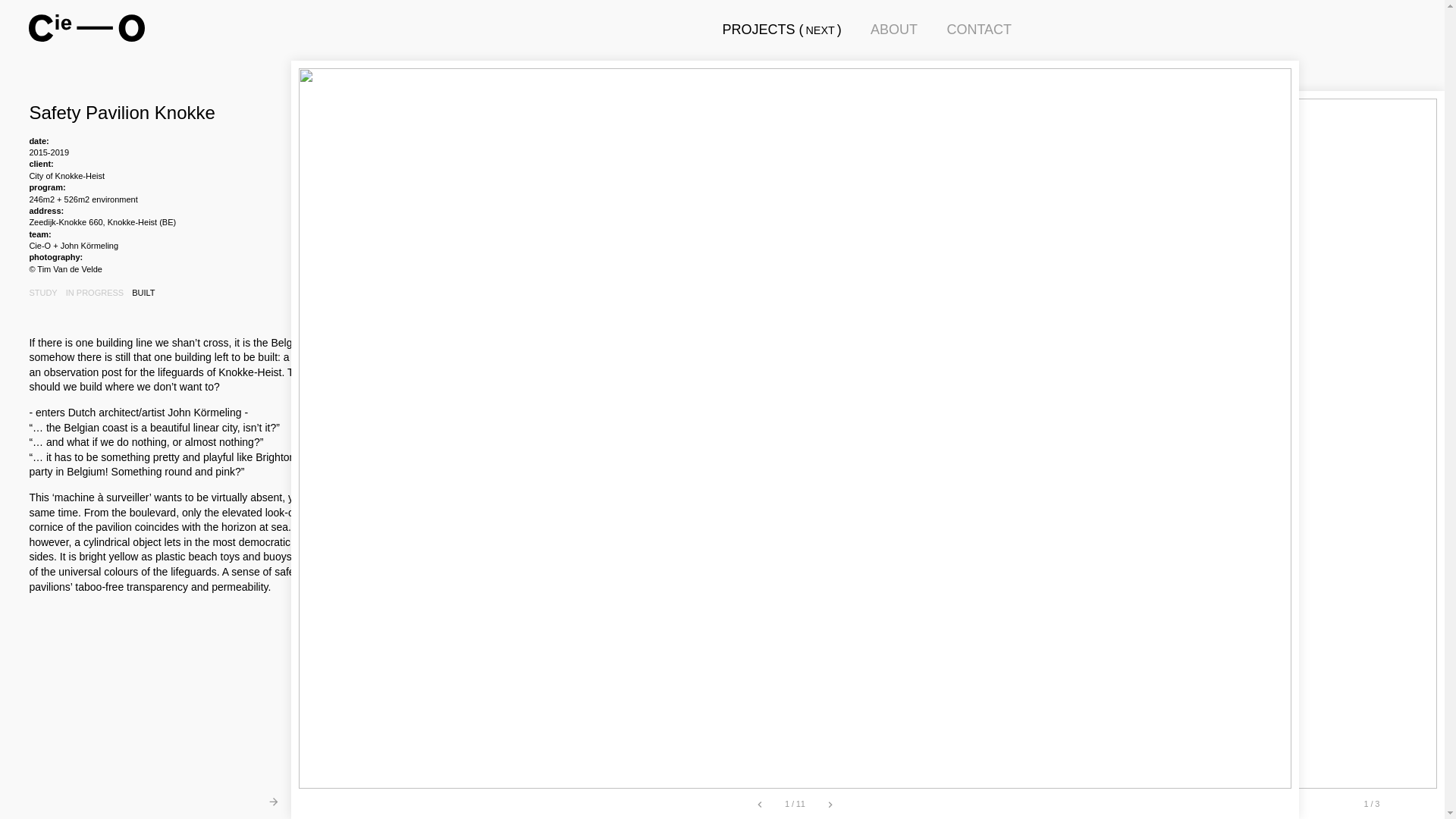  Describe the element at coordinates (758, 29) in the screenshot. I see `'PROJECTS'` at that location.